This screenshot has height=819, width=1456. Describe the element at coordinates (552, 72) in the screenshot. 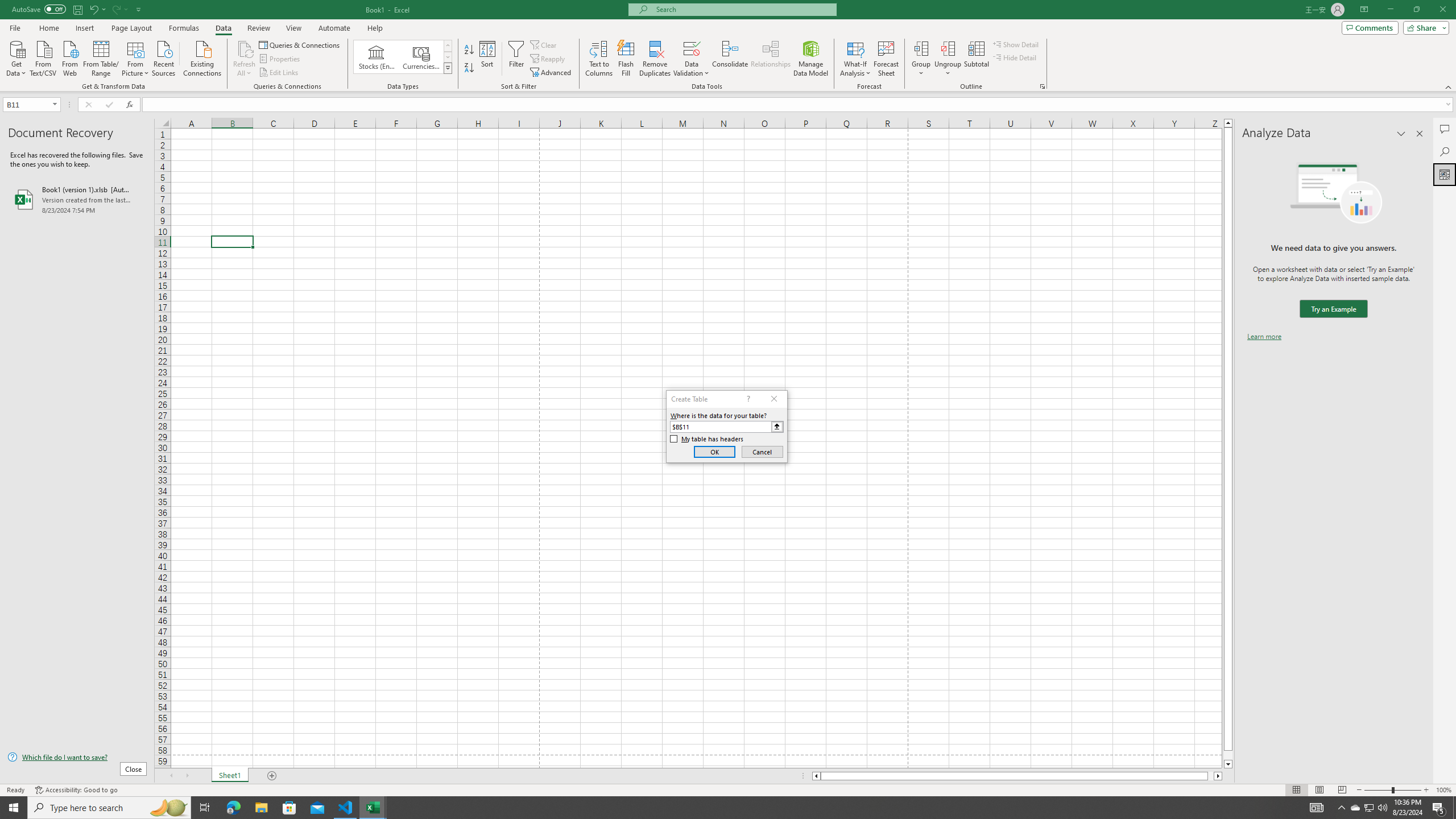

I see `'Advanced...'` at that location.